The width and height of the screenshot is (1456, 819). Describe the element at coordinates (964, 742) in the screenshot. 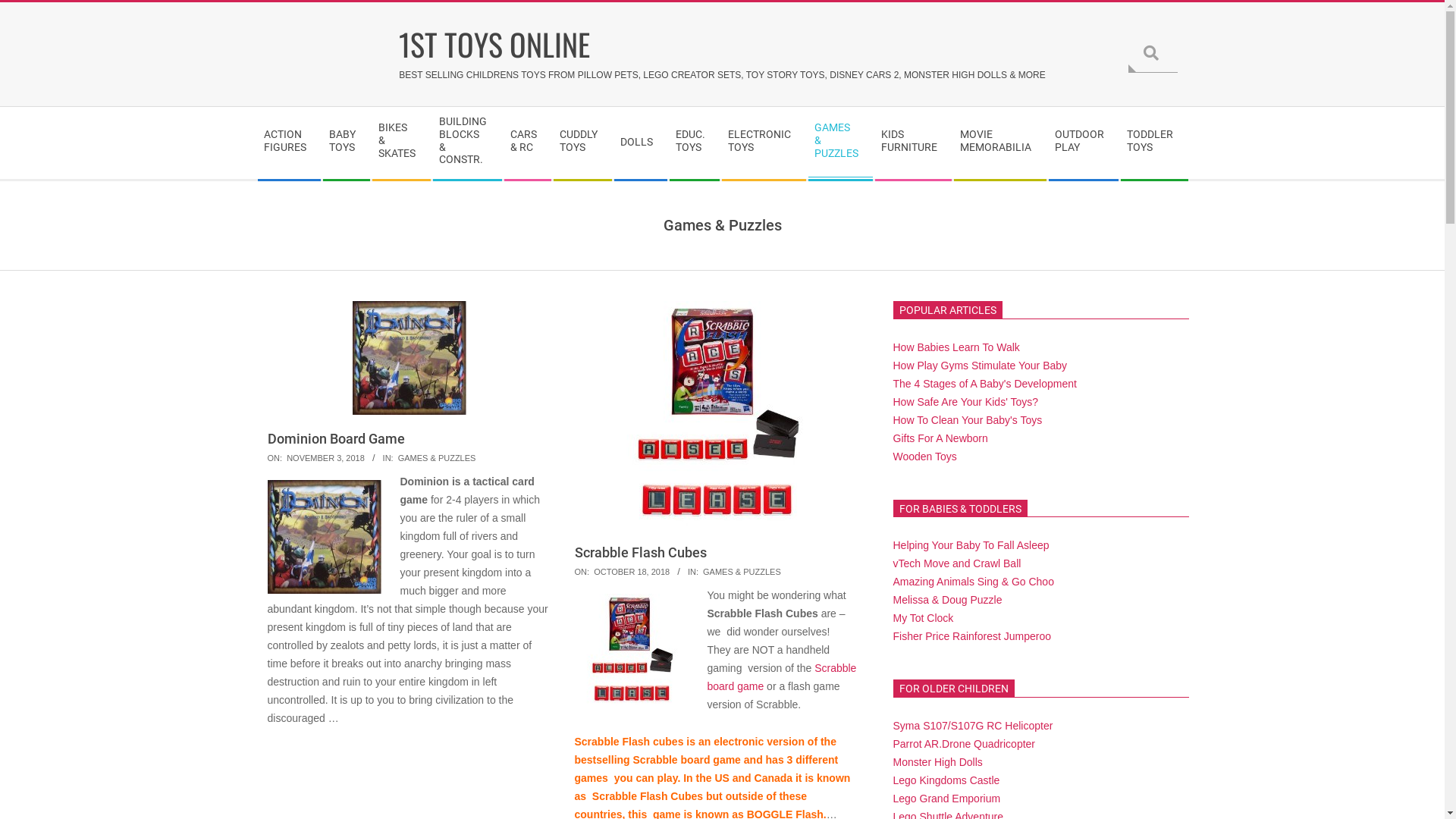

I see `'Parrot AR.Drone Quadricopter'` at that location.